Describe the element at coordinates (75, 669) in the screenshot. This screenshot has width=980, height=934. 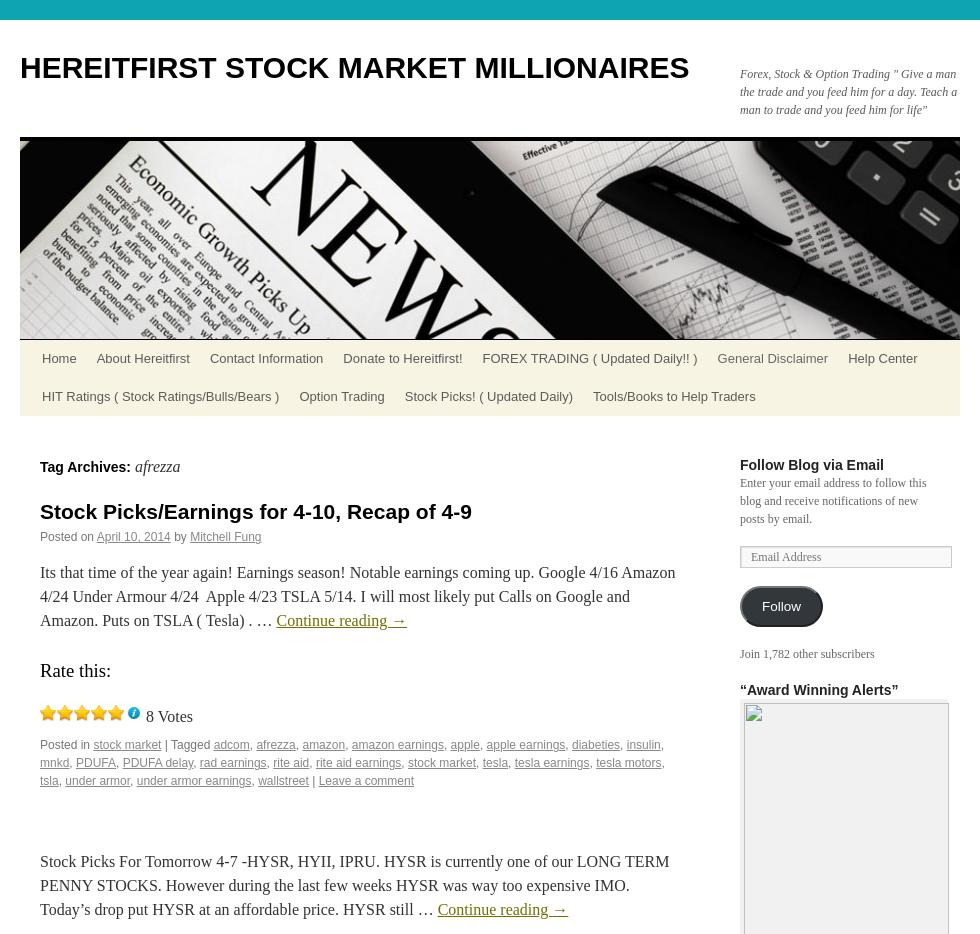
I see `'Rate this:'` at that location.